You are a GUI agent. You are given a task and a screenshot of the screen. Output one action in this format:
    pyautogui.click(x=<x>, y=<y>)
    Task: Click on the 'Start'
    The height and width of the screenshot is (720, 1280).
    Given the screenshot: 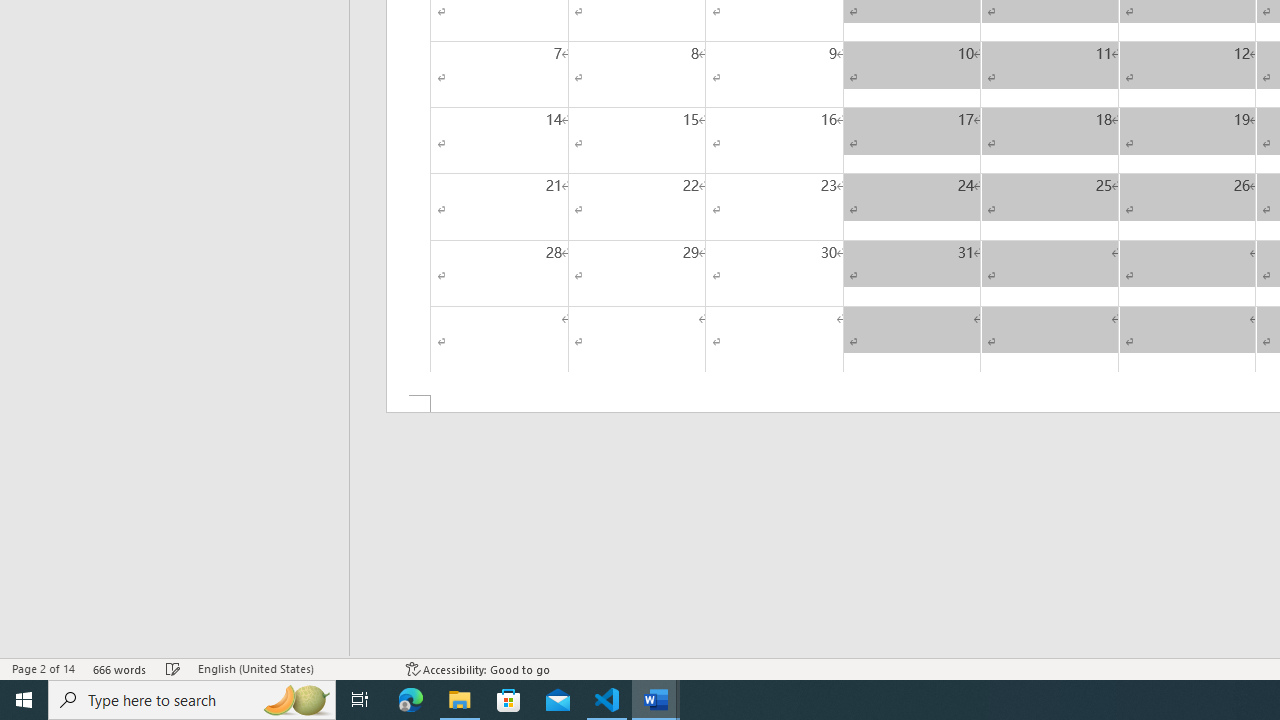 What is the action you would take?
    pyautogui.click(x=24, y=698)
    